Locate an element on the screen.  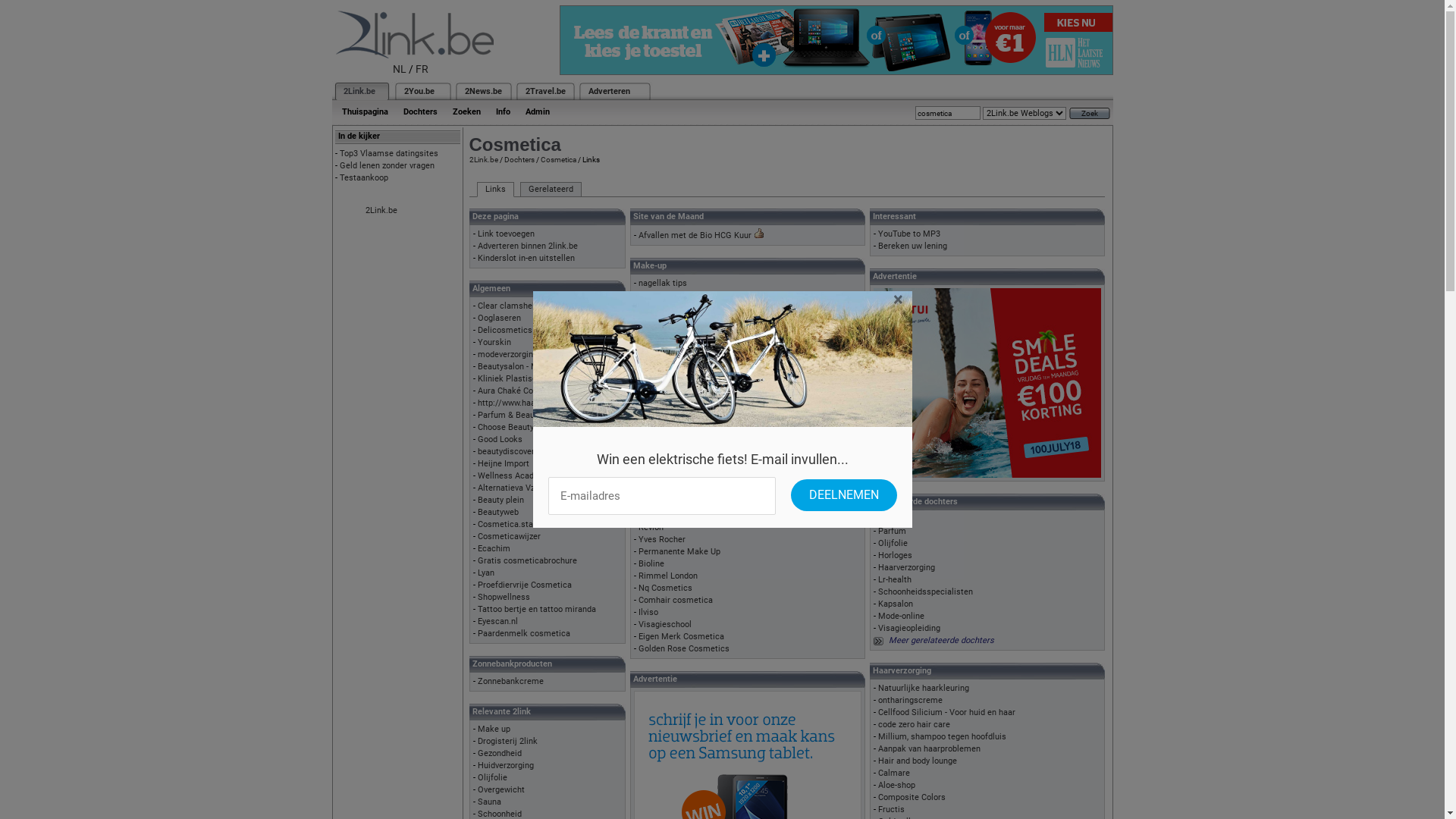
'2Link.be' is located at coordinates (358, 91).